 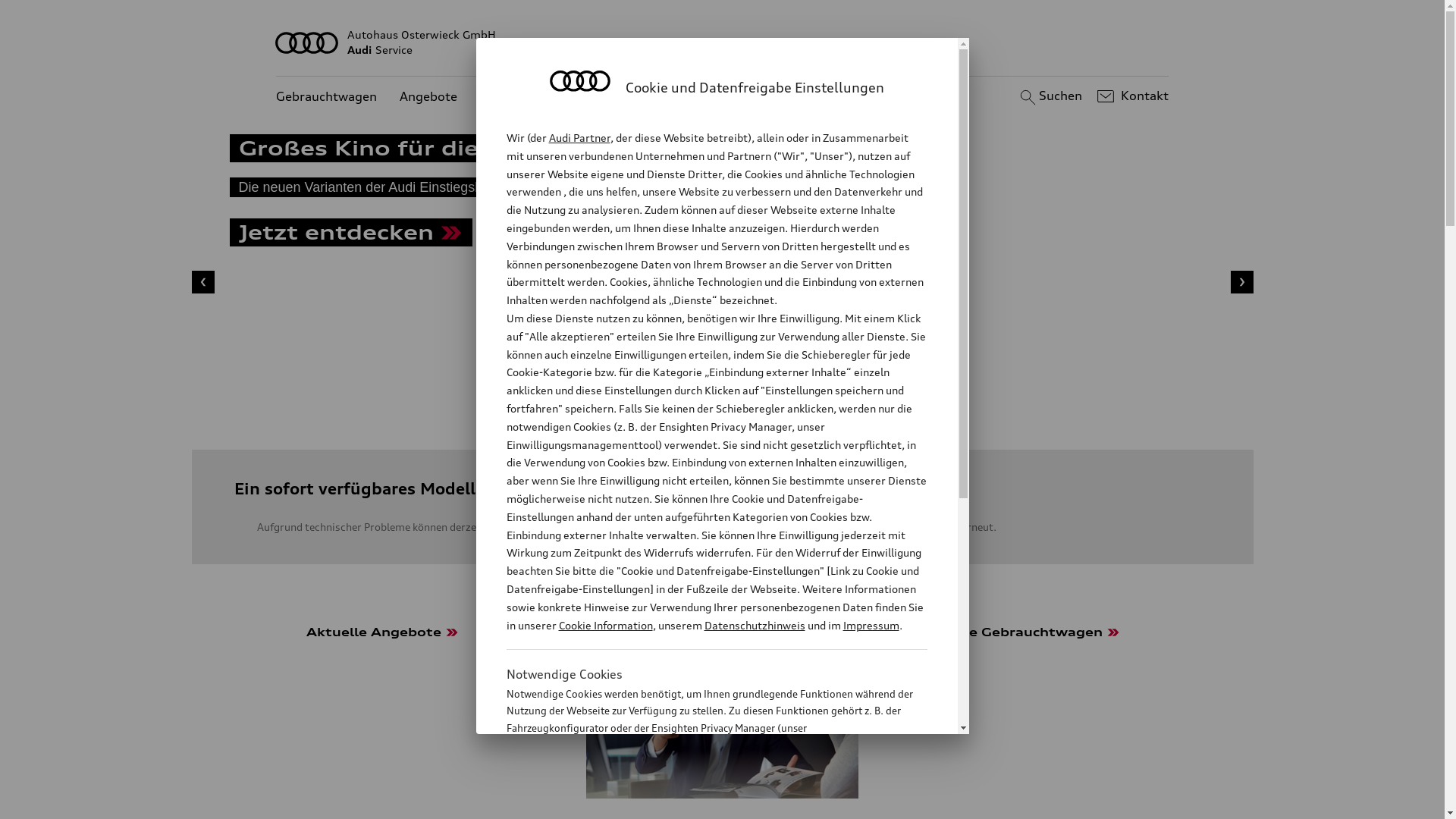 What do you see at coordinates (325, 96) in the screenshot?
I see `'Gebrauchtwagen'` at bounding box center [325, 96].